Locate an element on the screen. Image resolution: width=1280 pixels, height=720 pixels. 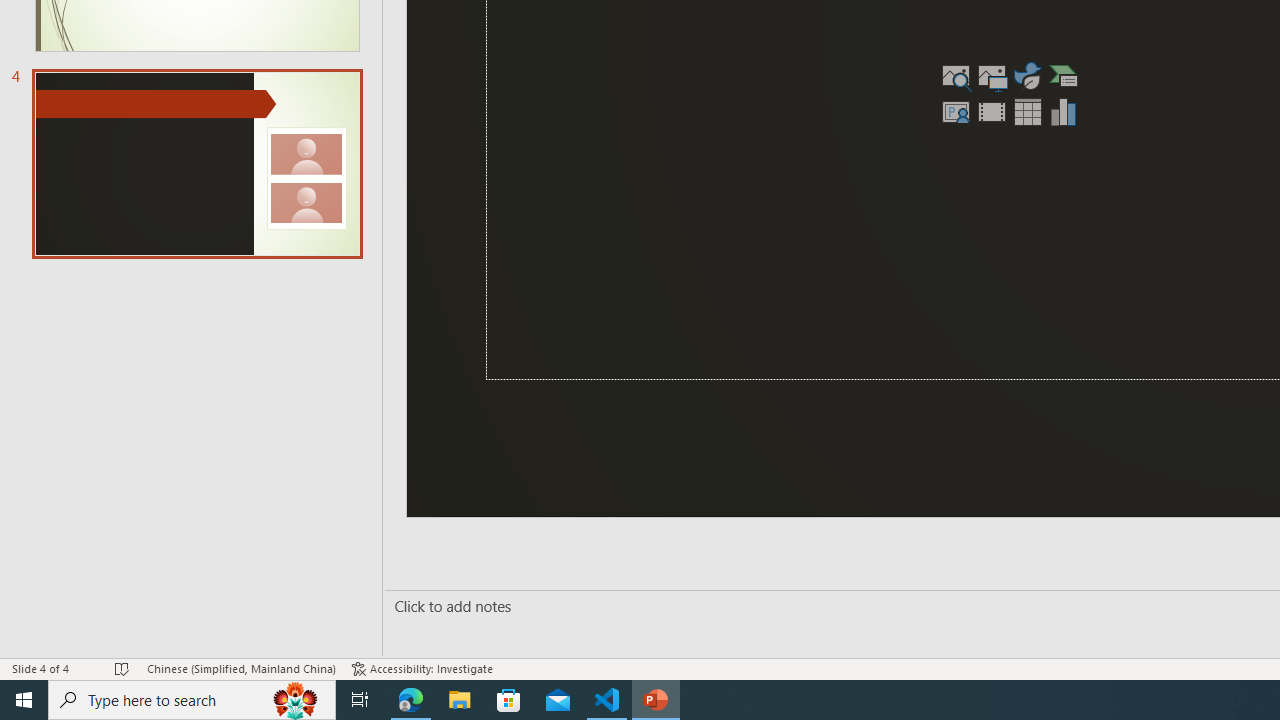
'Insert a SmartArt Graphic' is located at coordinates (1063, 74).